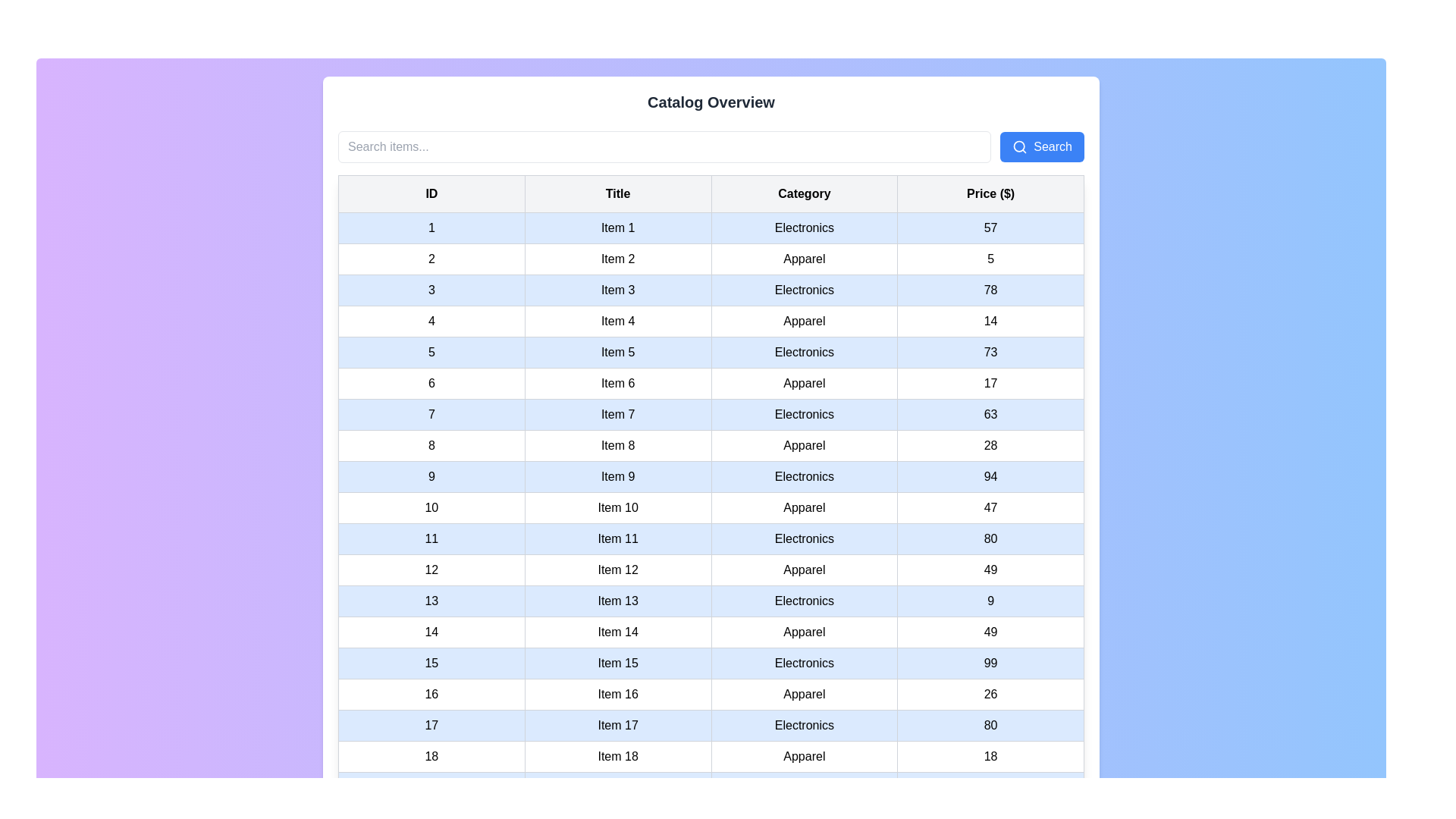  I want to click on the text field displaying 'Item 14' in the blue-highlighted row of the data table, so click(618, 632).